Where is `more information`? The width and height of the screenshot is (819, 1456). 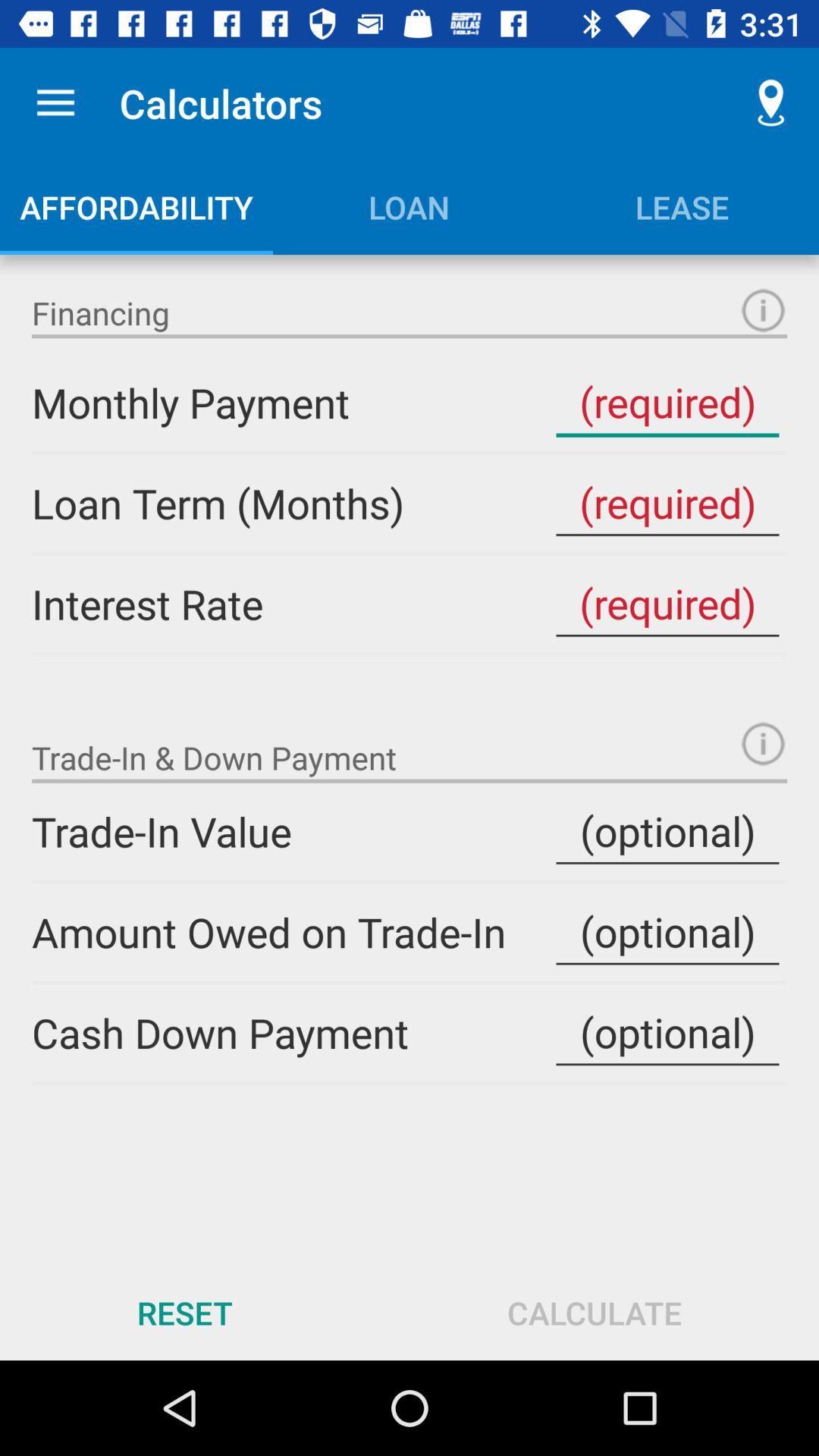
more information is located at coordinates (763, 743).